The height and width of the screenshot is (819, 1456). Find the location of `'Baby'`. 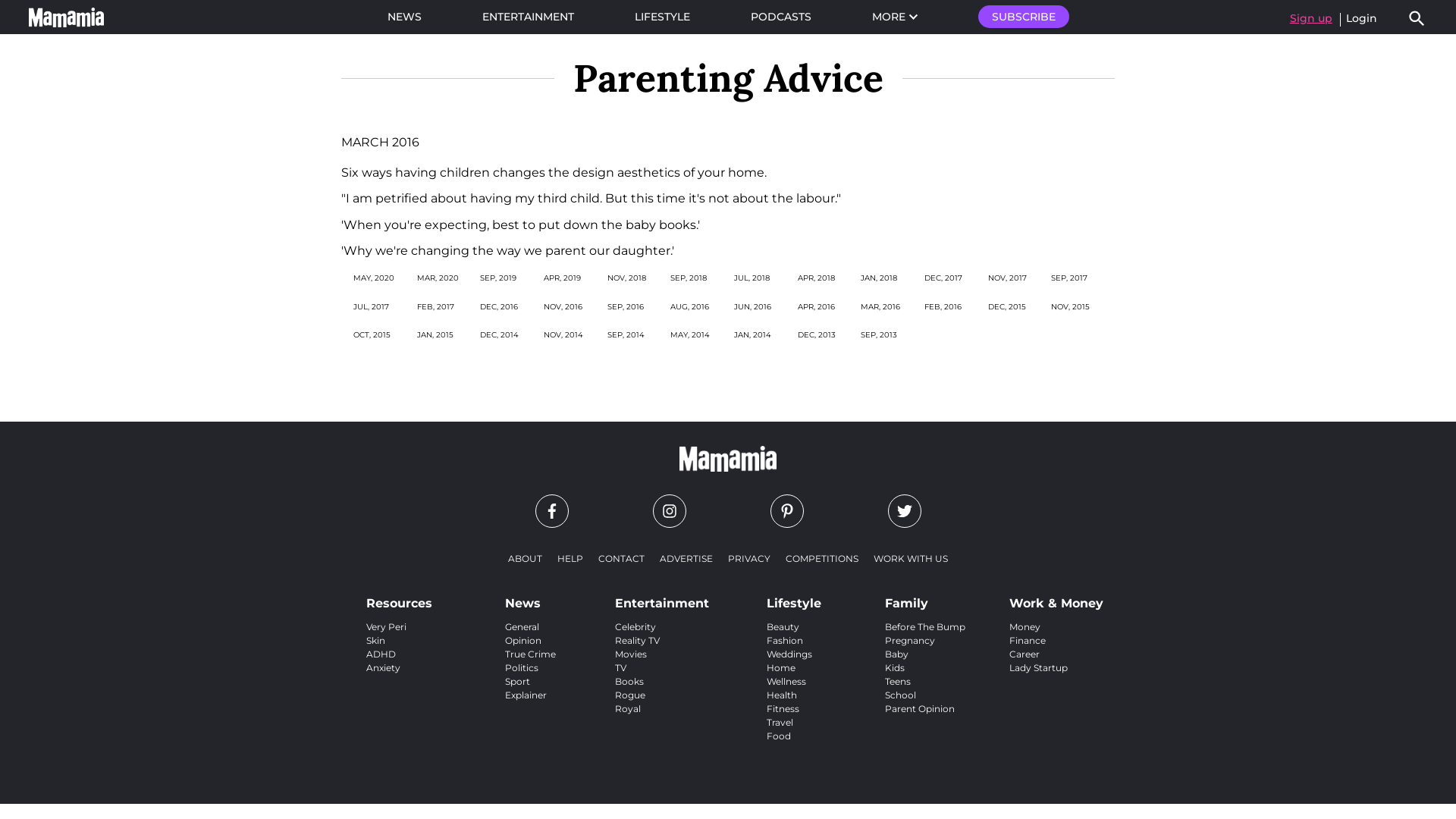

'Baby' is located at coordinates (884, 653).